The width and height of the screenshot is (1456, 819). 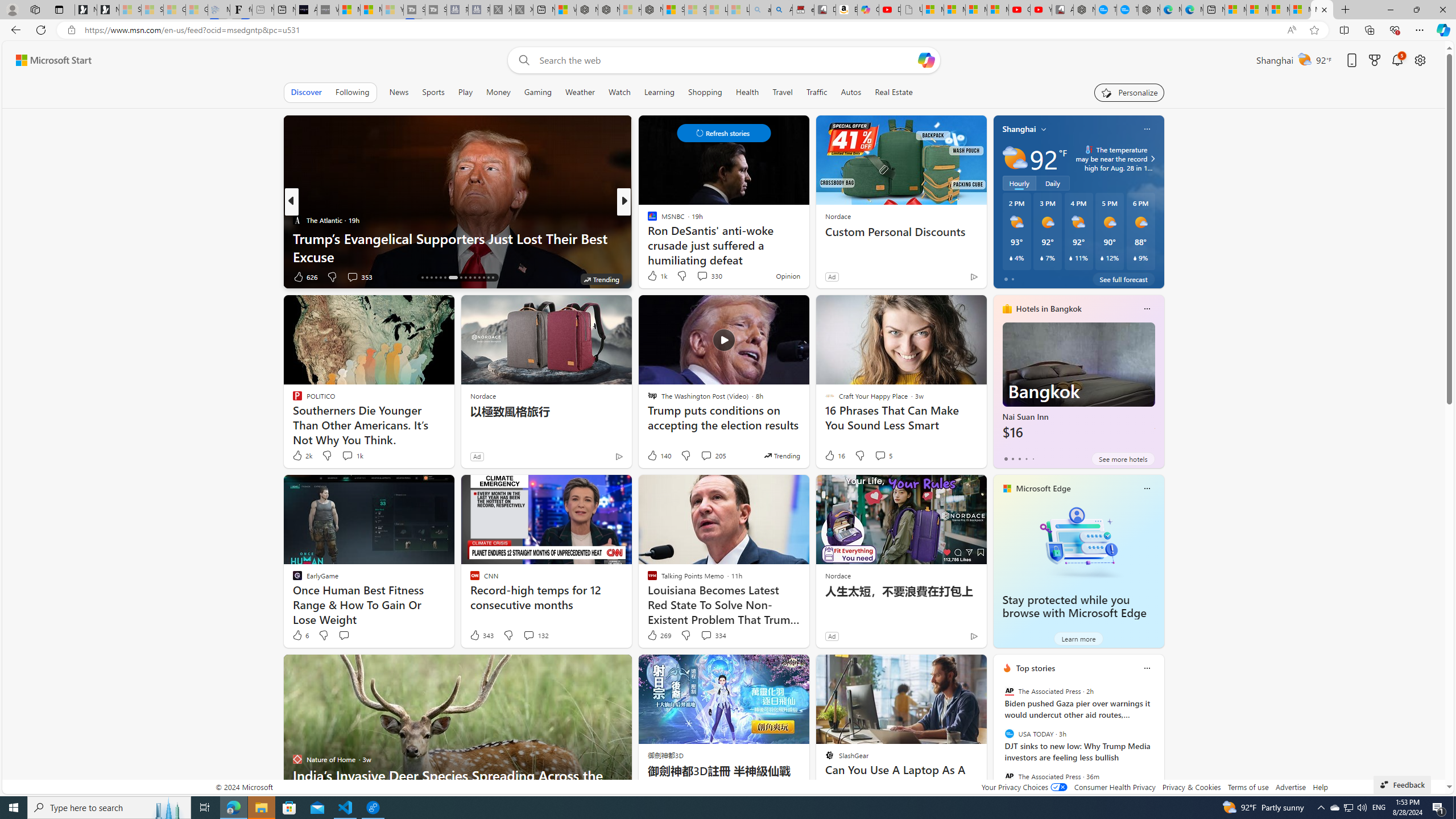 I want to click on 'View comments 2 Comment', so click(x=702, y=276).